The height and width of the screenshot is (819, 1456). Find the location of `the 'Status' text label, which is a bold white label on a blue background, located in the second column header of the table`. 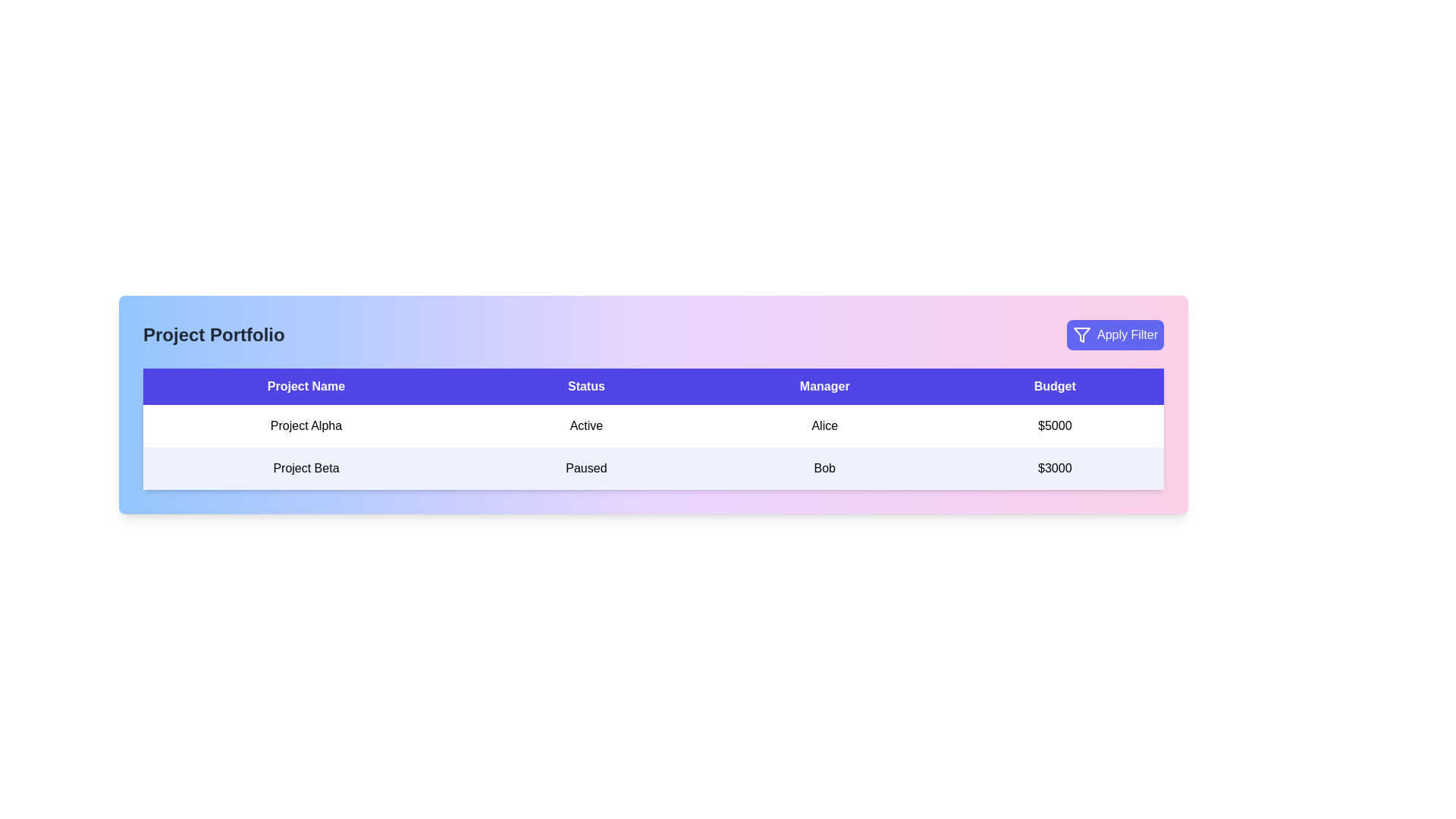

the 'Status' text label, which is a bold white label on a blue background, located in the second column header of the table is located at coordinates (585, 385).